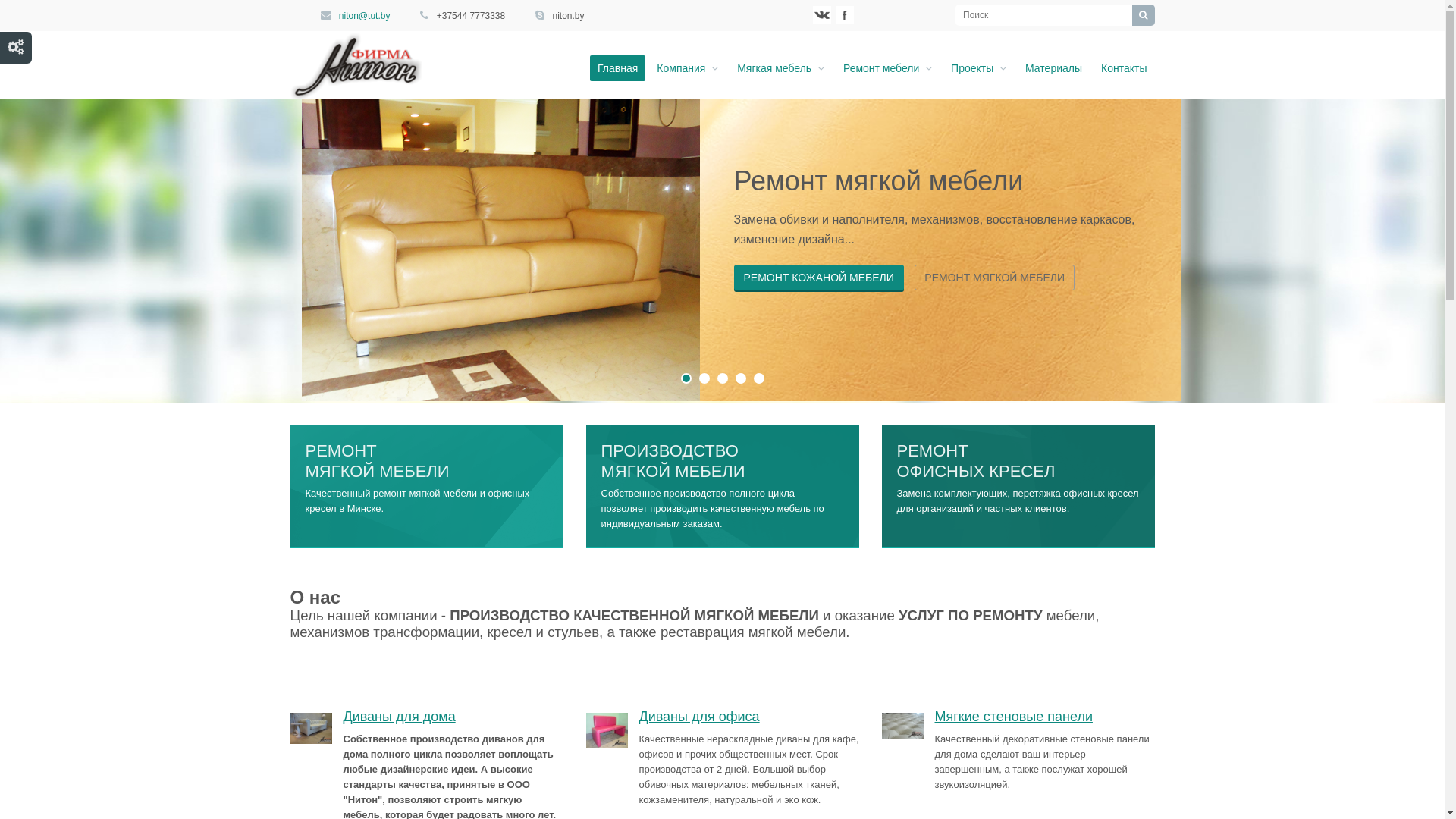 This screenshot has height=819, width=1456. Describe the element at coordinates (741, 377) in the screenshot. I see `'4'` at that location.